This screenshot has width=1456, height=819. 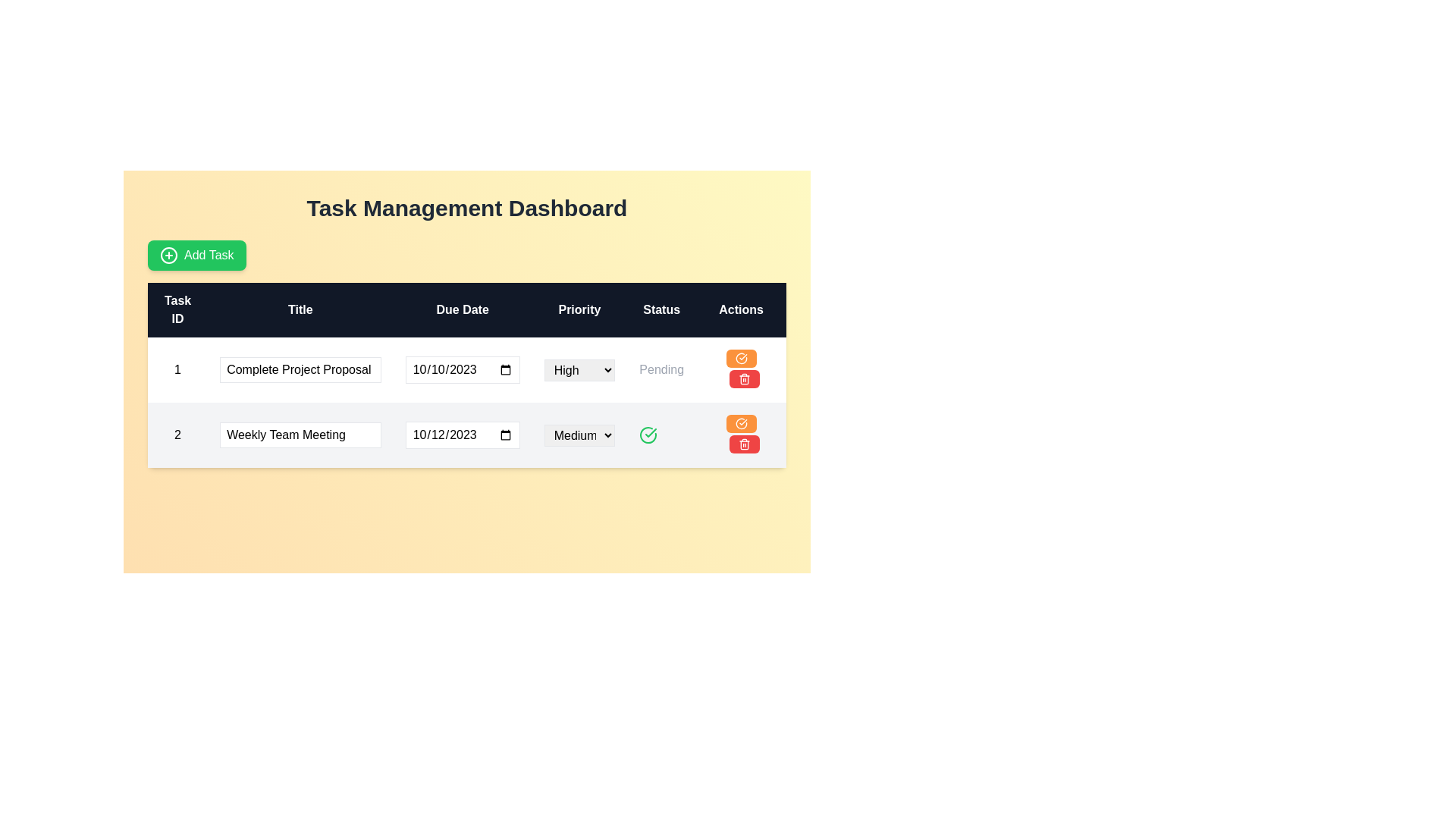 I want to click on the text input field labeled 'Weekly Team Meeting', so click(x=300, y=435).